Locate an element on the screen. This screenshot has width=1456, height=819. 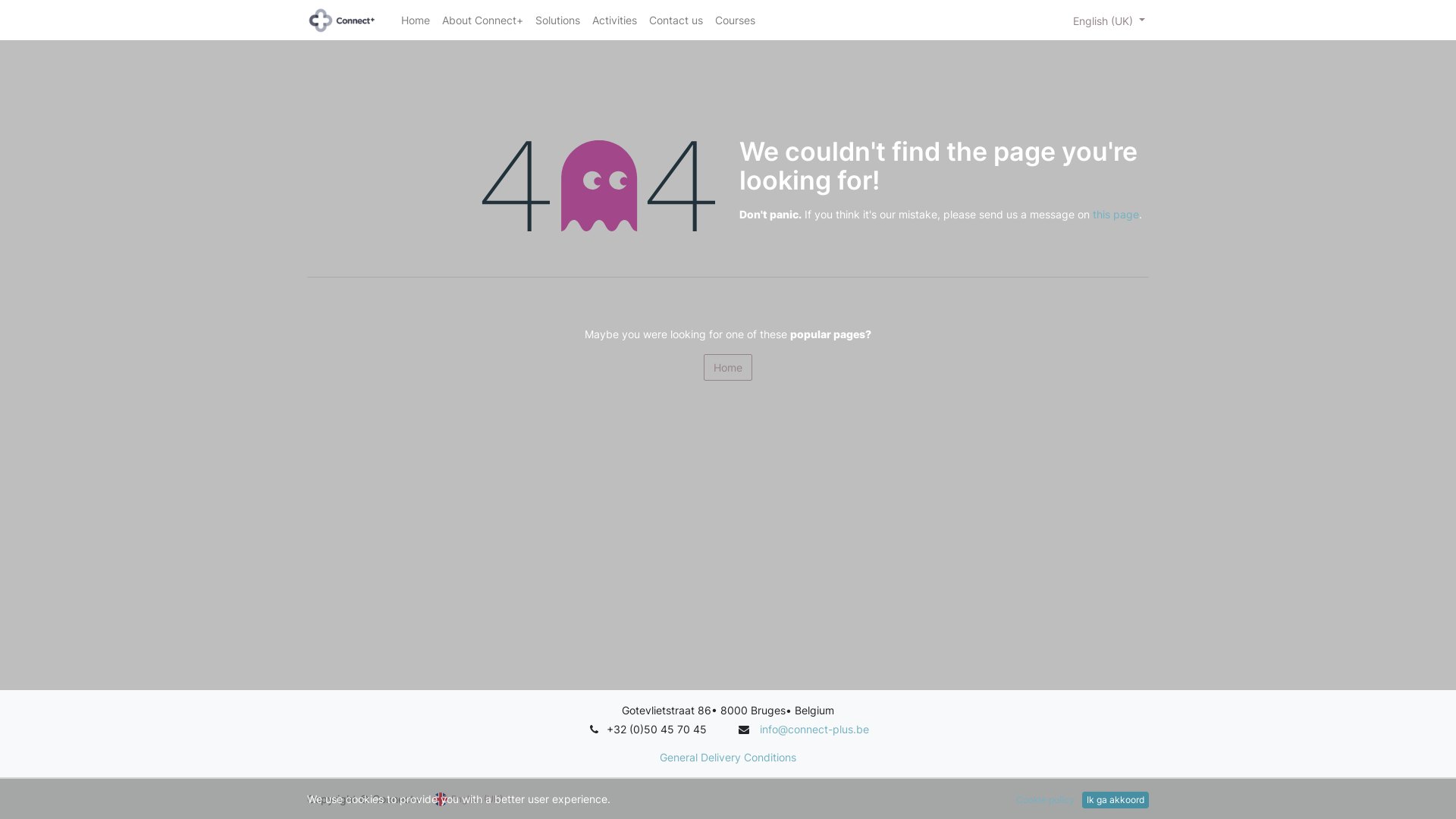
'Courses' is located at coordinates (735, 20).